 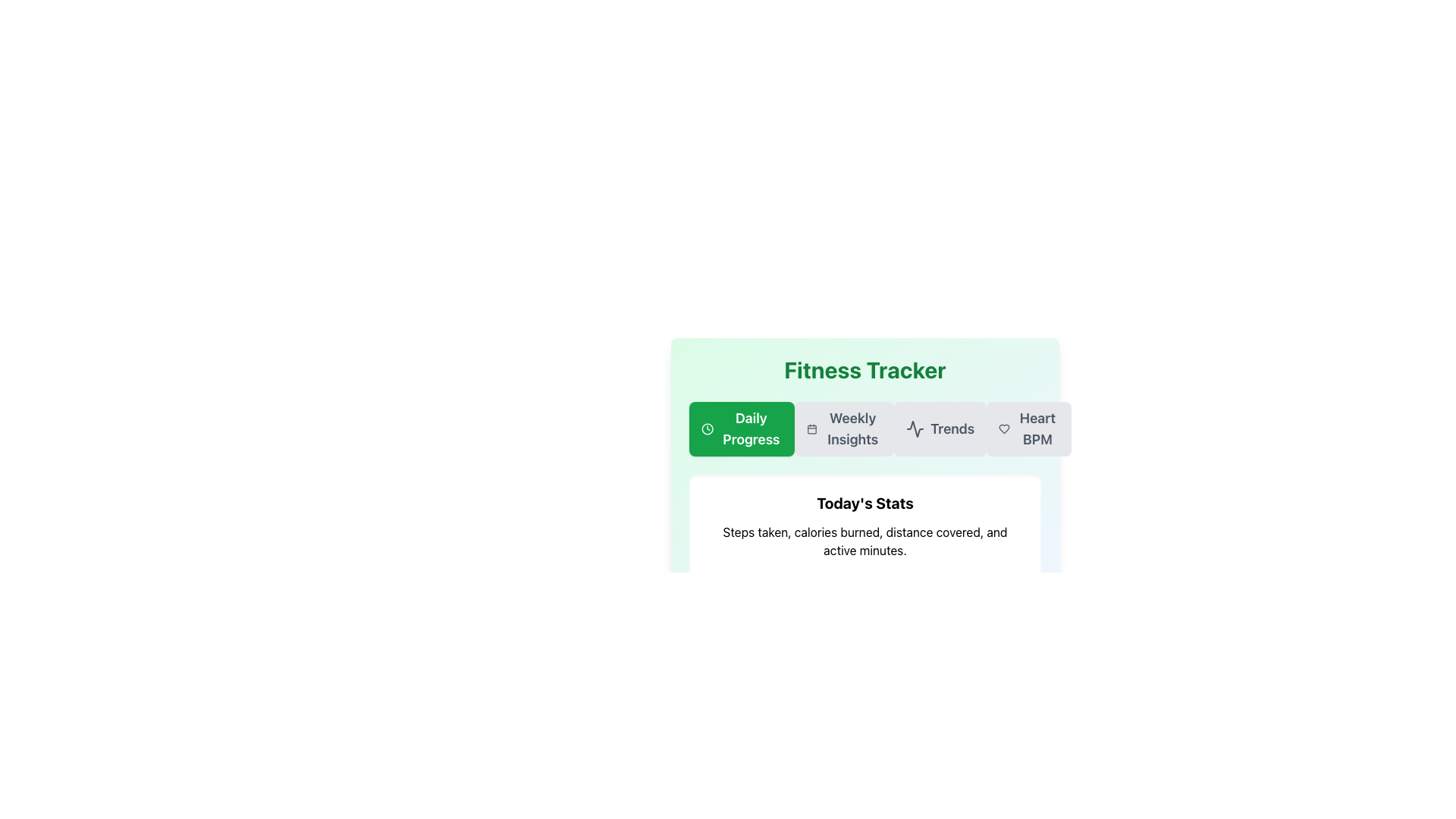 I want to click on the 'Daily Progress' button, which has a green background, rounded shape, and white text, so click(x=742, y=429).